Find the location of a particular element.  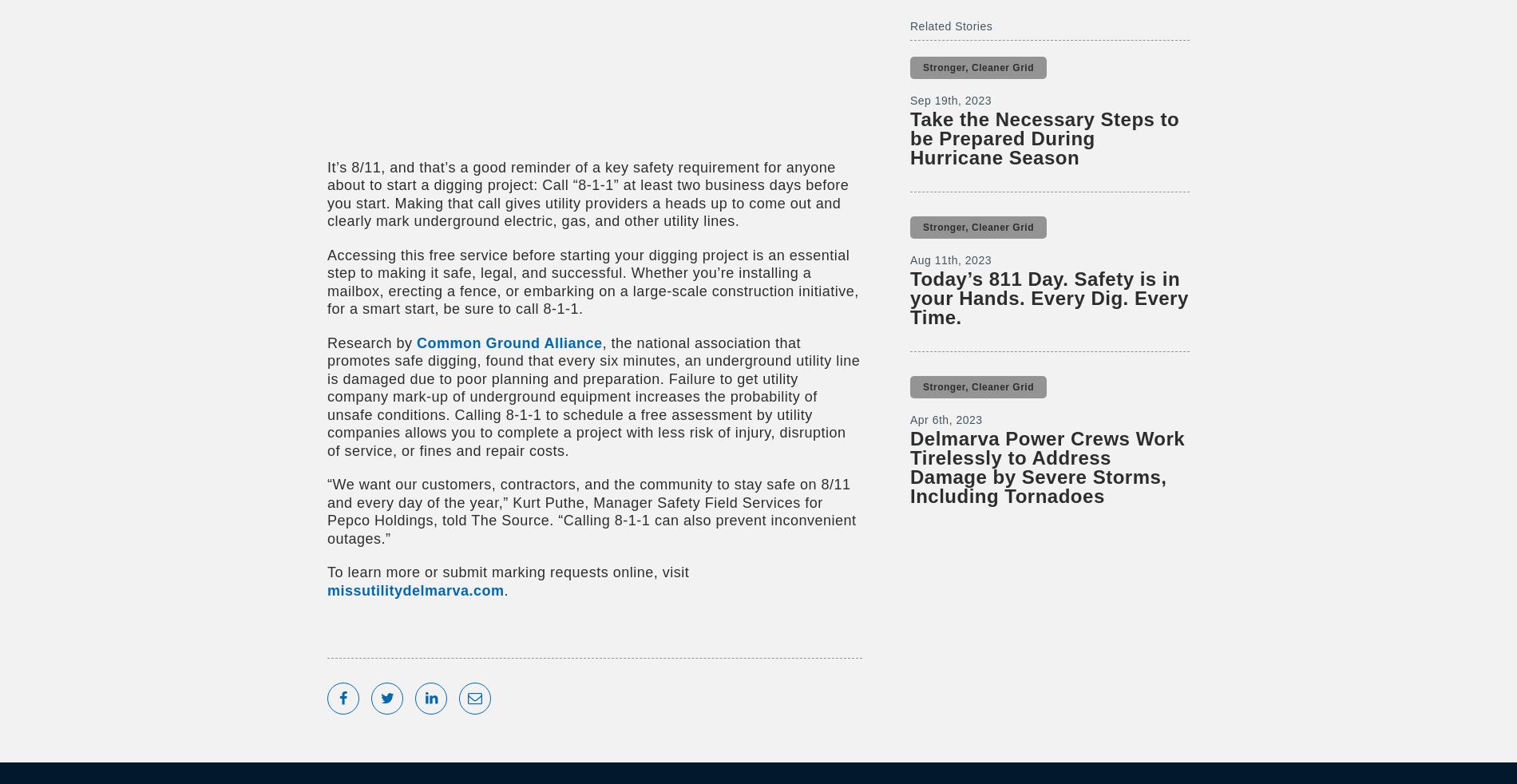

'“We want our customers, contractors, and the community to stay safe on 8/11 and every day of the year,” Kurt Puthe, Manager Safety Field Services for Pepco Holdings, told The Source. “Calling 8-1-1 can also prevent inconvenient outages.”' is located at coordinates (591, 510).